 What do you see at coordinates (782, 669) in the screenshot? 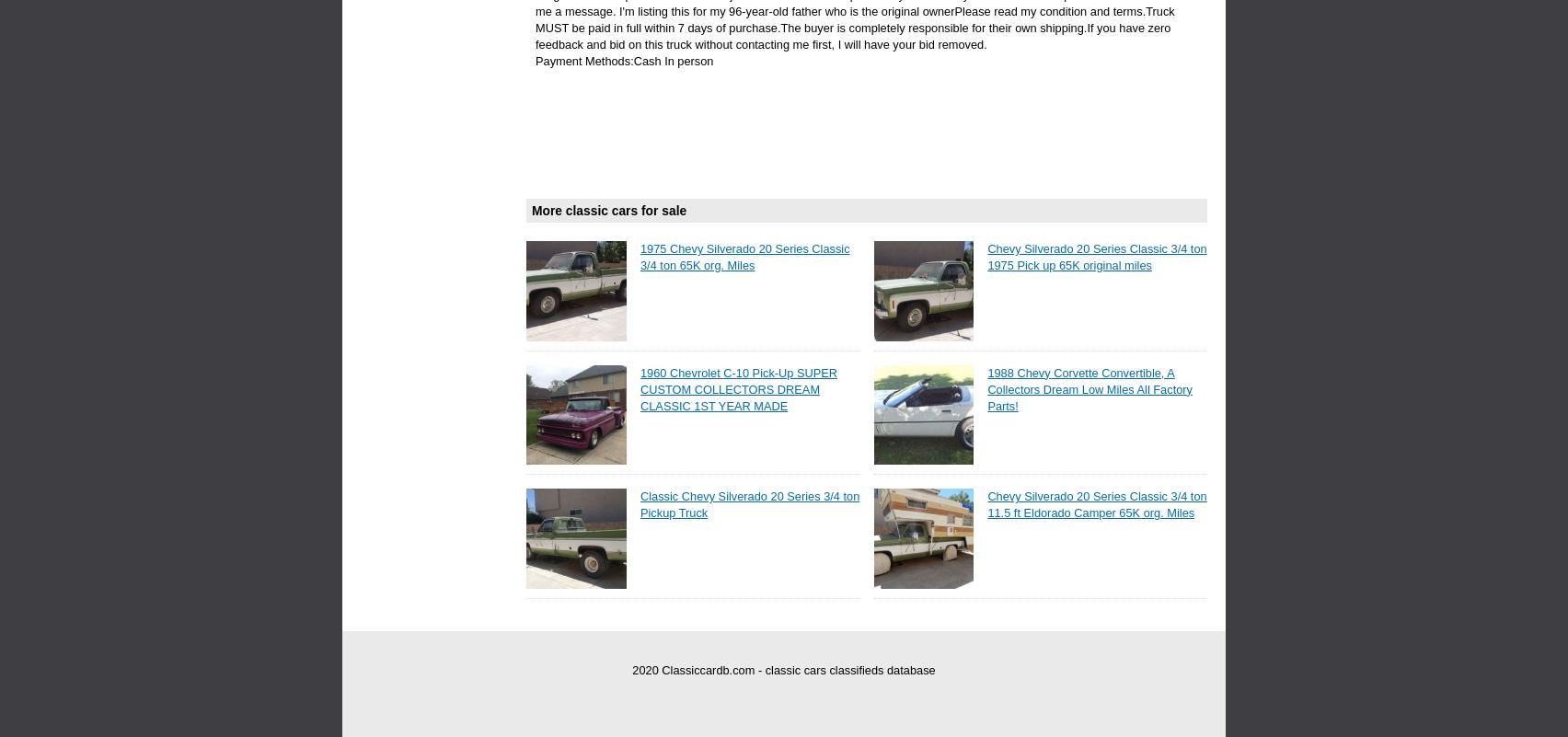
I see `'2020 Classiccardb.com - classic cars classifieds database'` at bounding box center [782, 669].